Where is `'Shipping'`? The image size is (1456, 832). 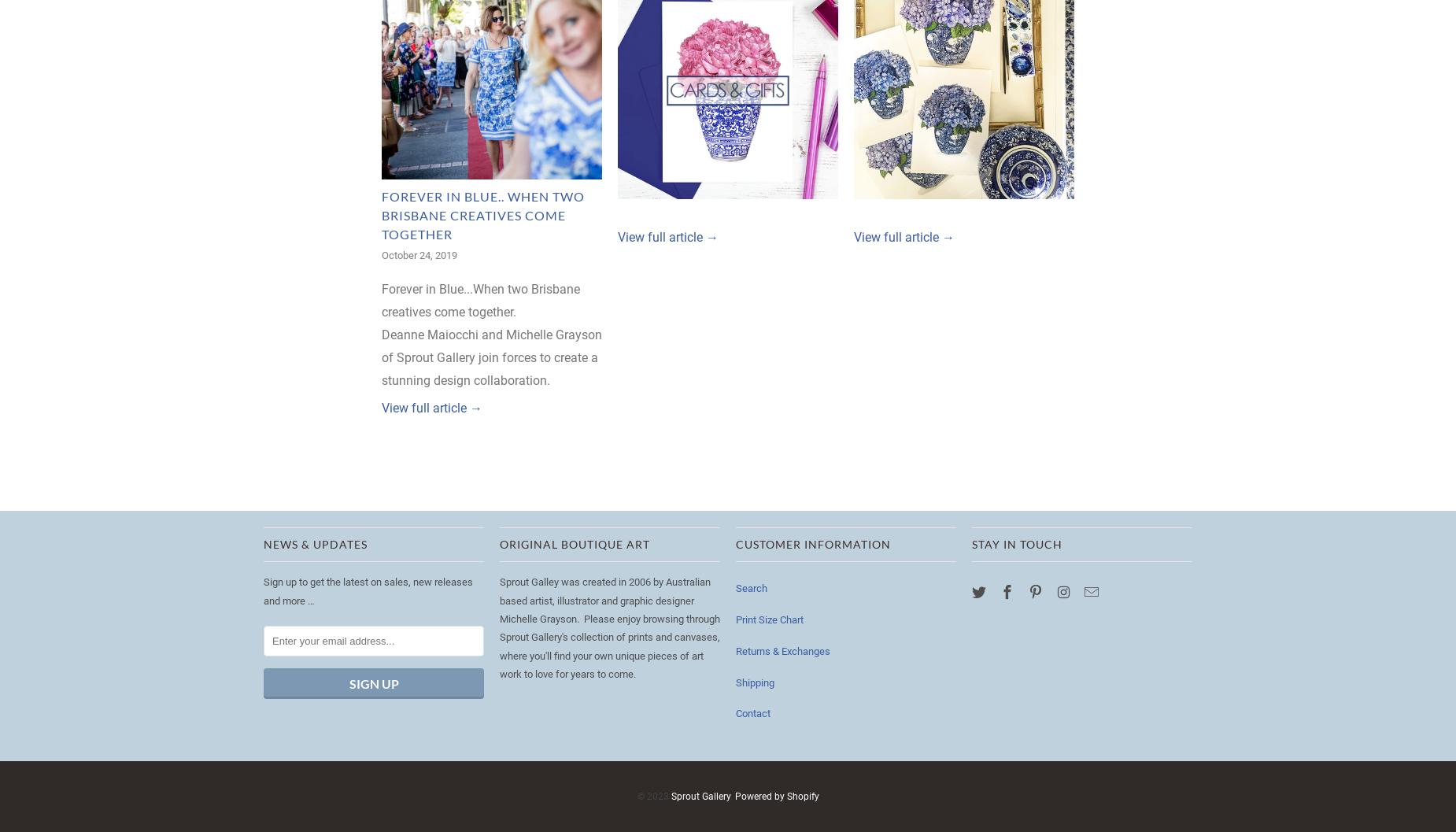
'Shipping' is located at coordinates (754, 681).